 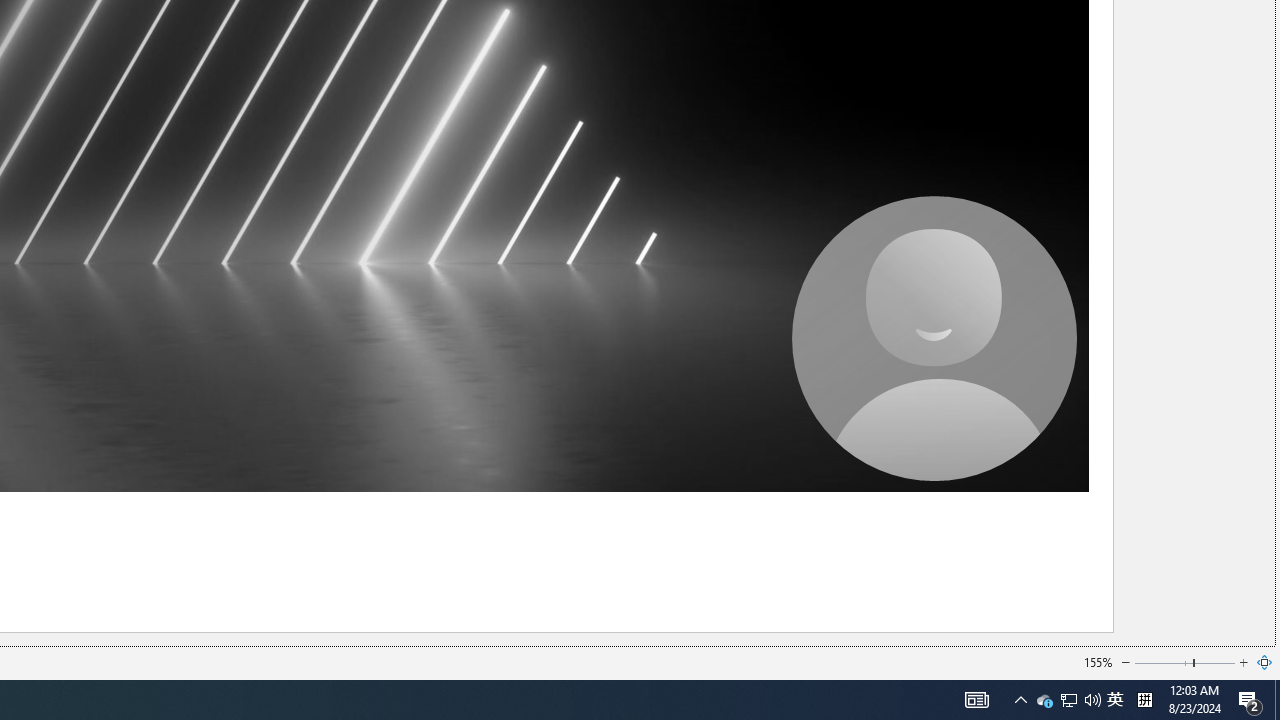 I want to click on 'Zoom to Page', so click(x=1264, y=663).